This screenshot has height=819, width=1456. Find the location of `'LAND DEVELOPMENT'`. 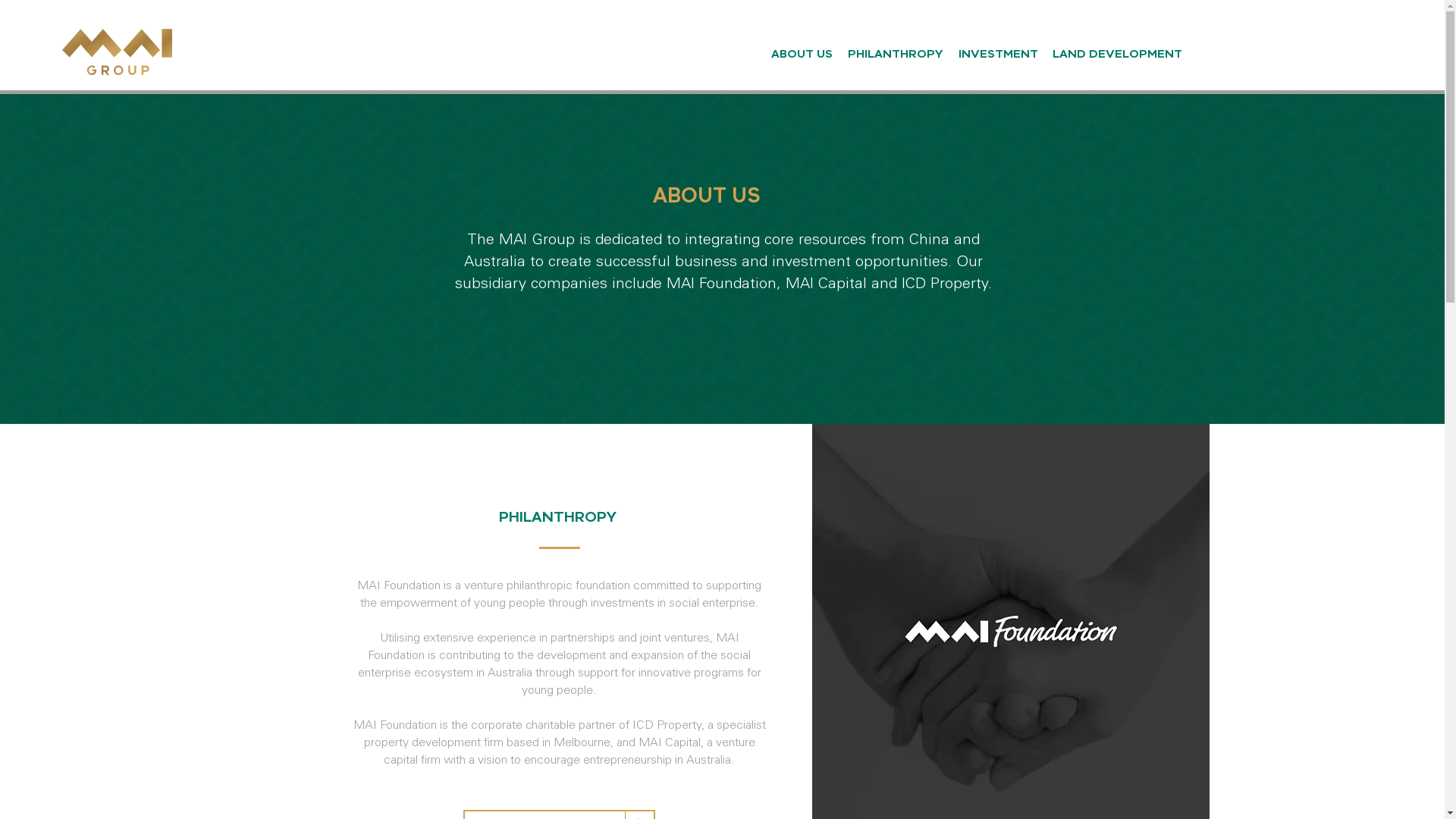

'LAND DEVELOPMENT' is located at coordinates (1117, 45).